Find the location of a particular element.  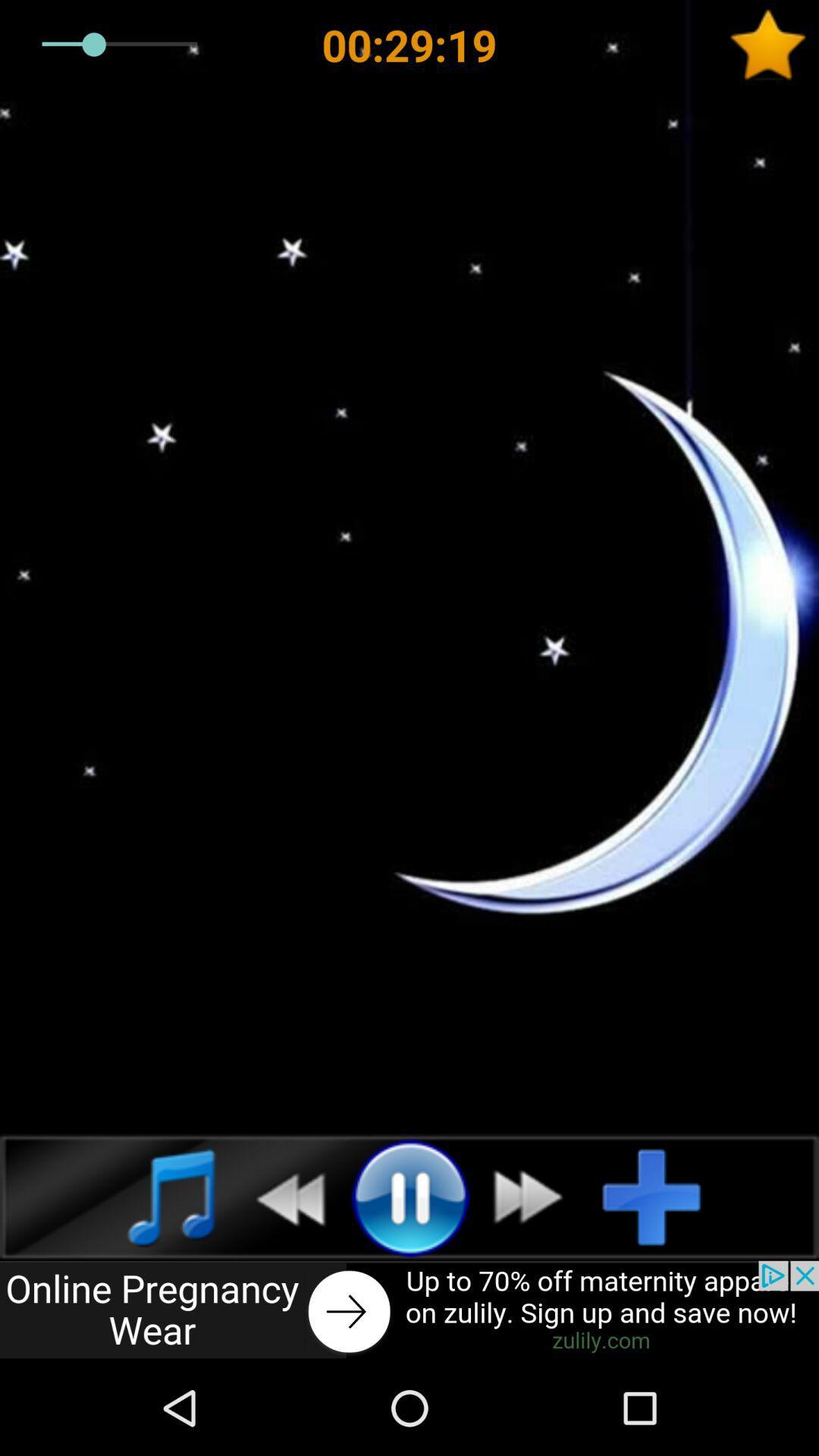

open music is located at coordinates (155, 1196).